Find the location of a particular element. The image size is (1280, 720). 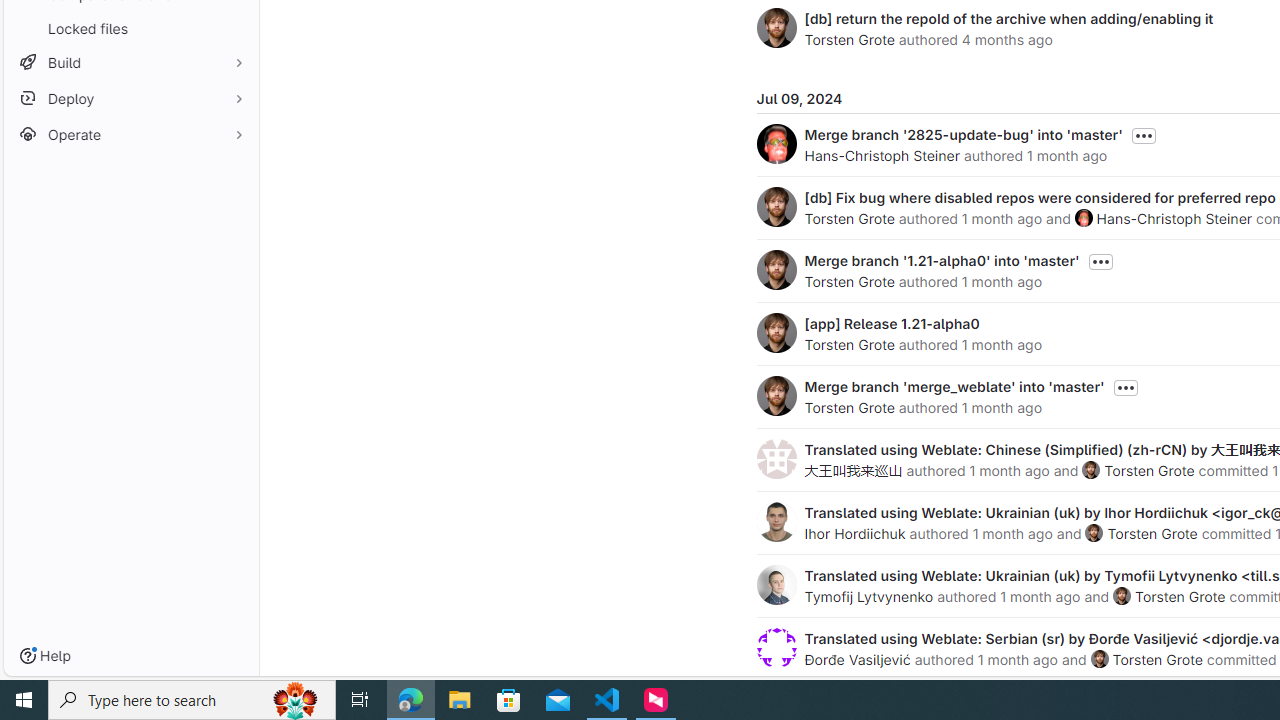

'Deploy' is located at coordinates (130, 98).